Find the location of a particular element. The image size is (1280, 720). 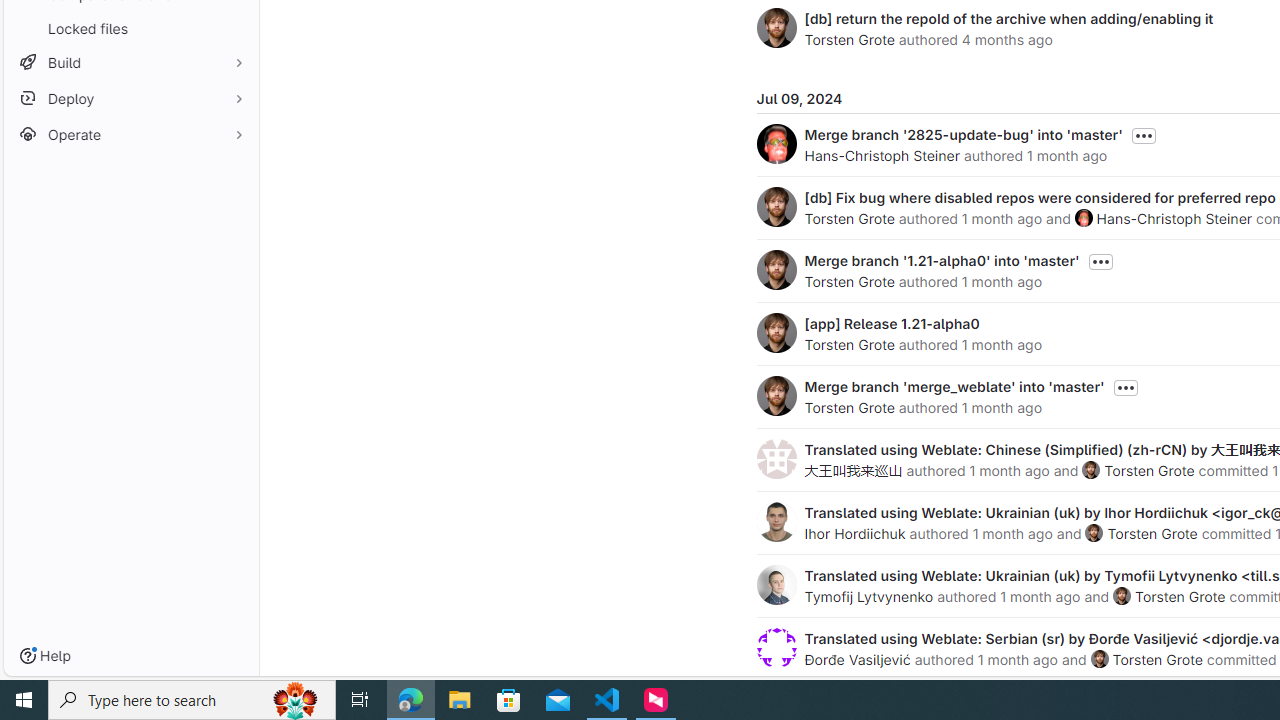

'Deploy' is located at coordinates (130, 98).